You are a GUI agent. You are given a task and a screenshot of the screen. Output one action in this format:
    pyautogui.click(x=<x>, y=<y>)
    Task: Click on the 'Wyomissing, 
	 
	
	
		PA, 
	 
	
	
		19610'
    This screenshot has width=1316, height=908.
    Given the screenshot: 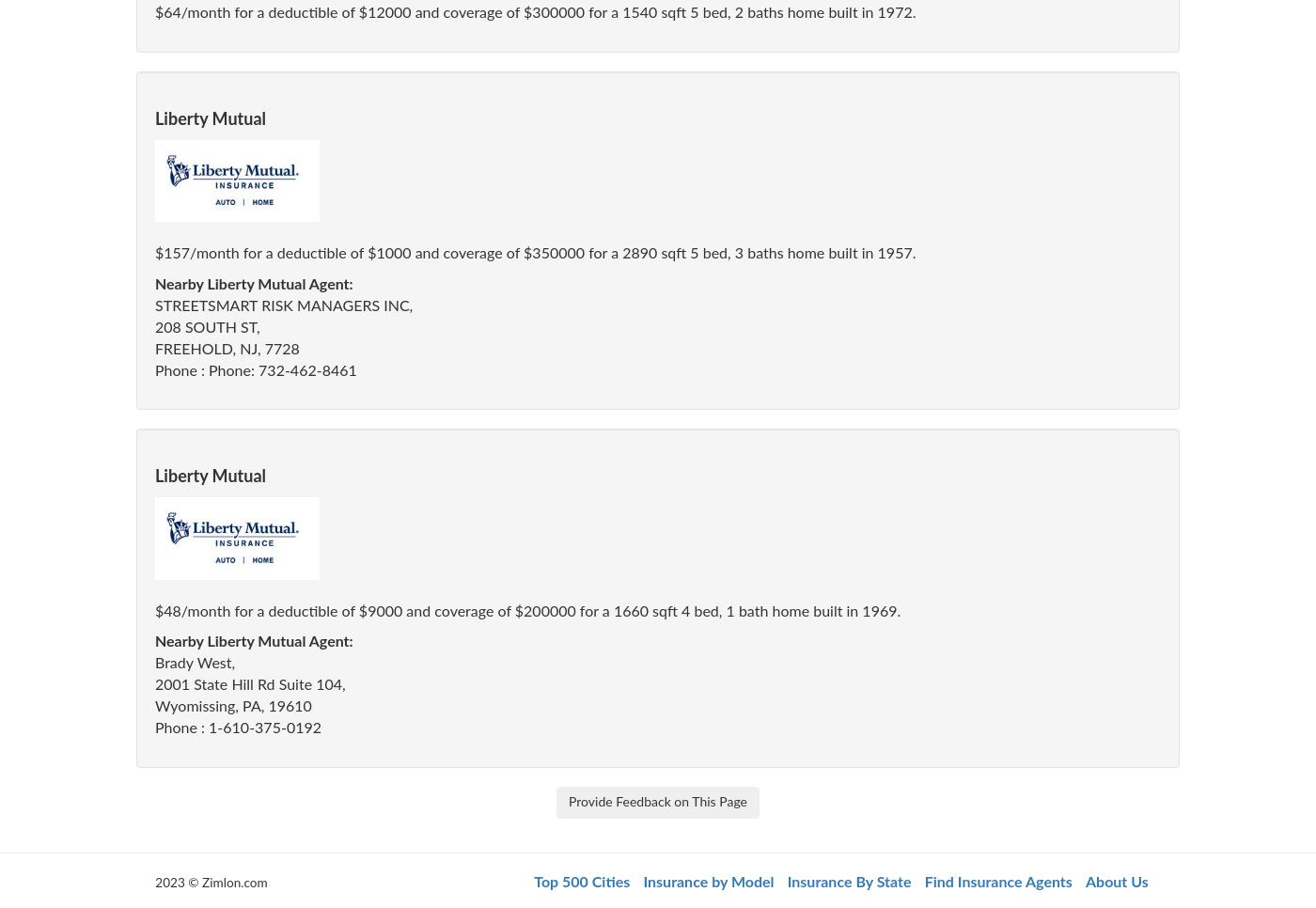 What is the action you would take?
    pyautogui.click(x=232, y=705)
    